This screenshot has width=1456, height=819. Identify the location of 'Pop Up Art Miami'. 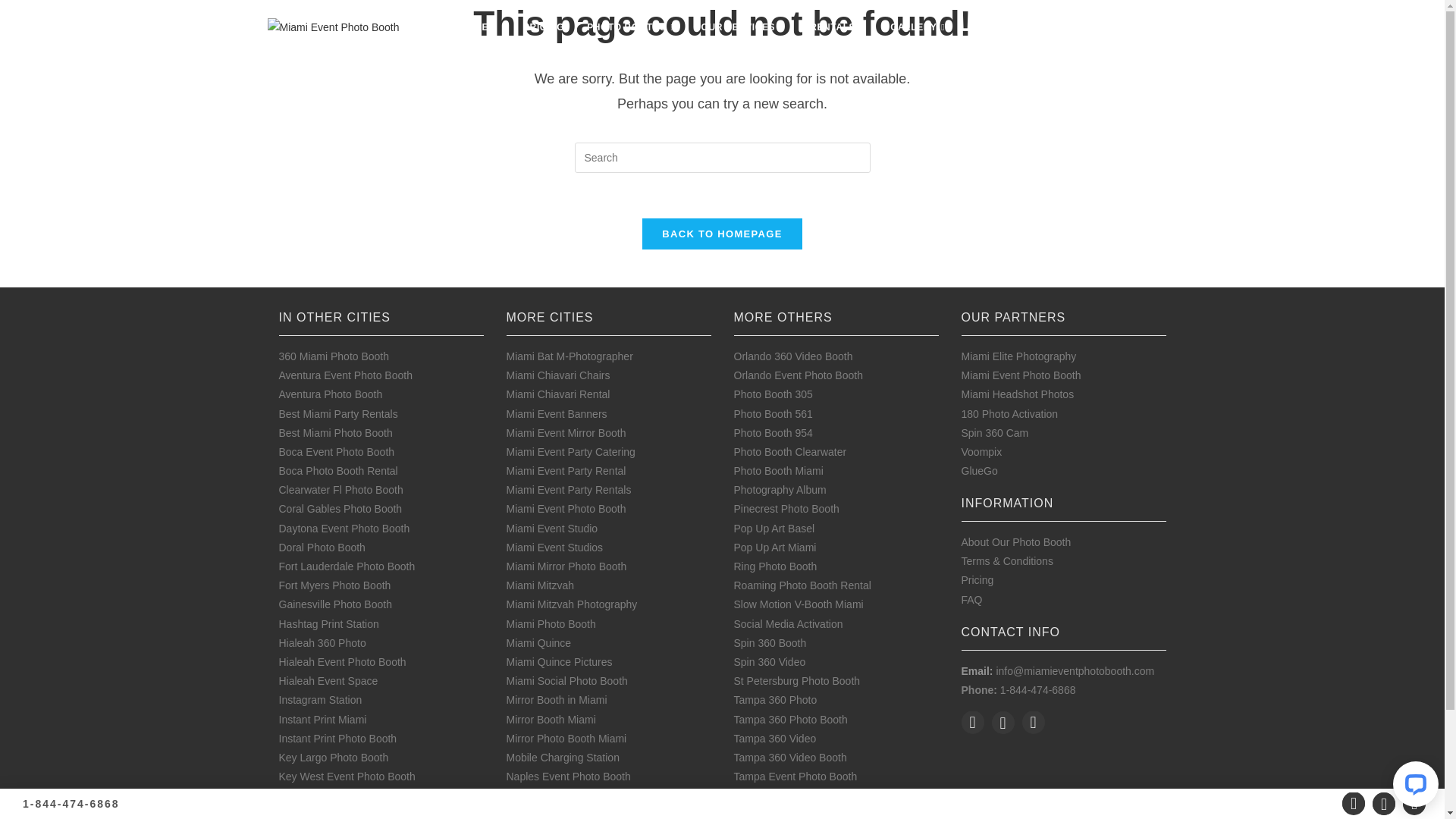
(775, 547).